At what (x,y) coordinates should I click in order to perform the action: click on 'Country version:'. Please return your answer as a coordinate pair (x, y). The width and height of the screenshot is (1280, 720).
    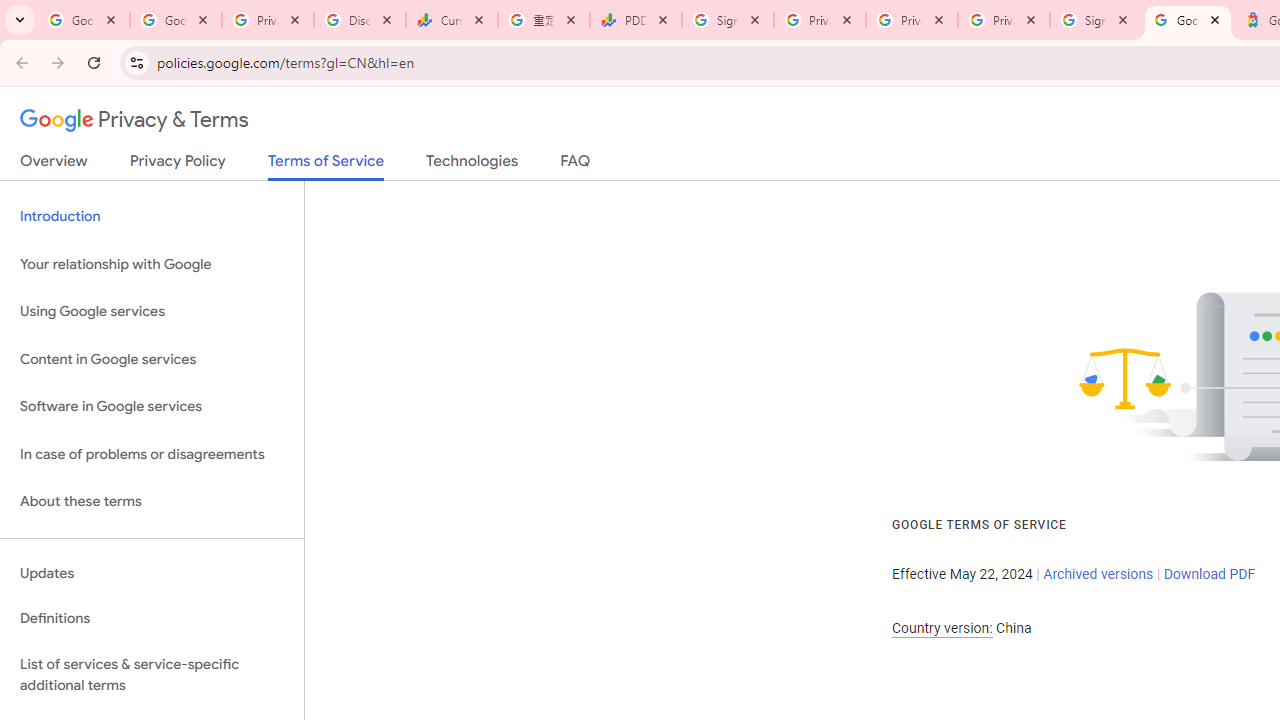
    Looking at the image, I should click on (941, 627).